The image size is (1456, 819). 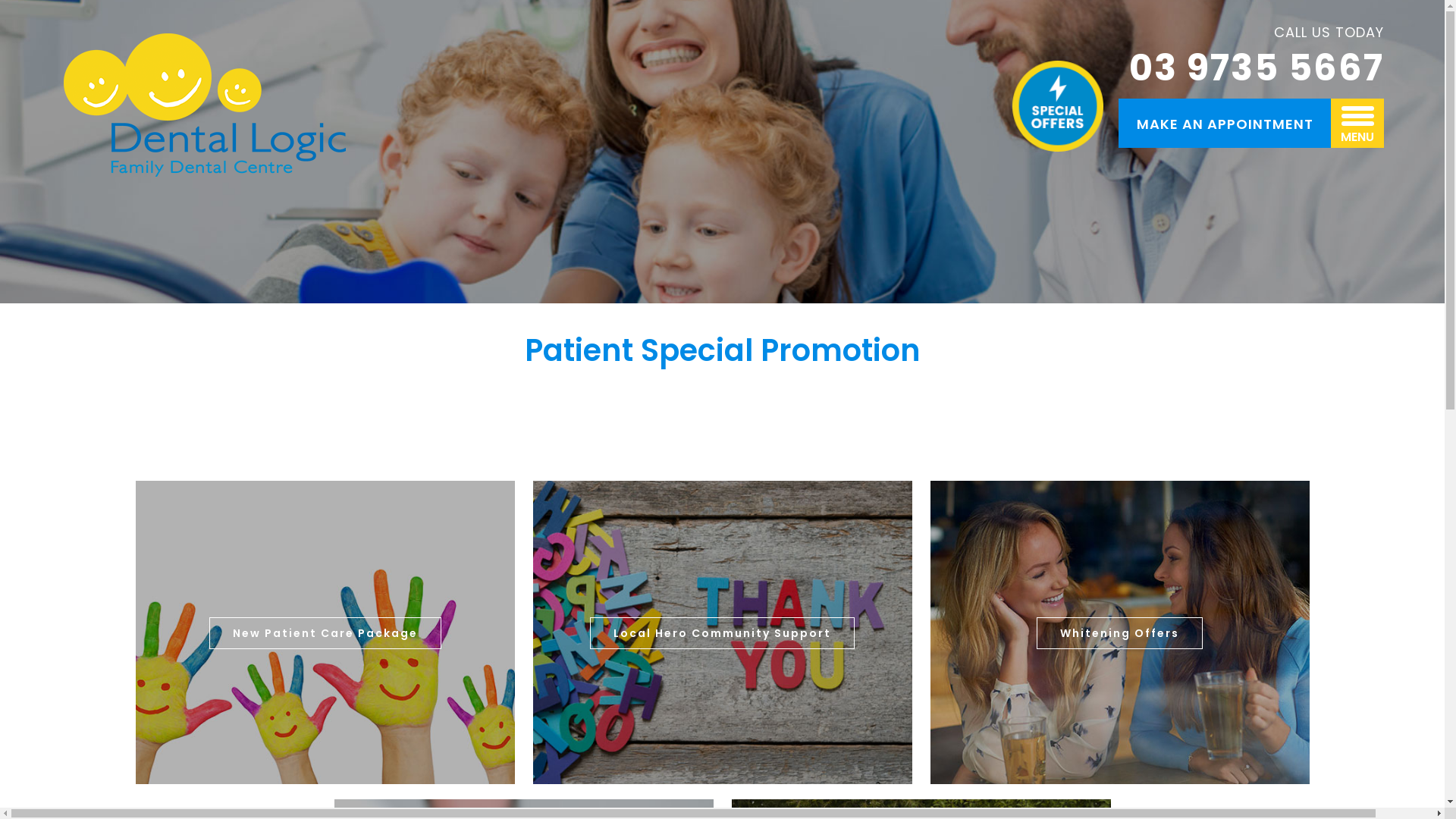 What do you see at coordinates (1256, 68) in the screenshot?
I see `'03 9735 5667'` at bounding box center [1256, 68].